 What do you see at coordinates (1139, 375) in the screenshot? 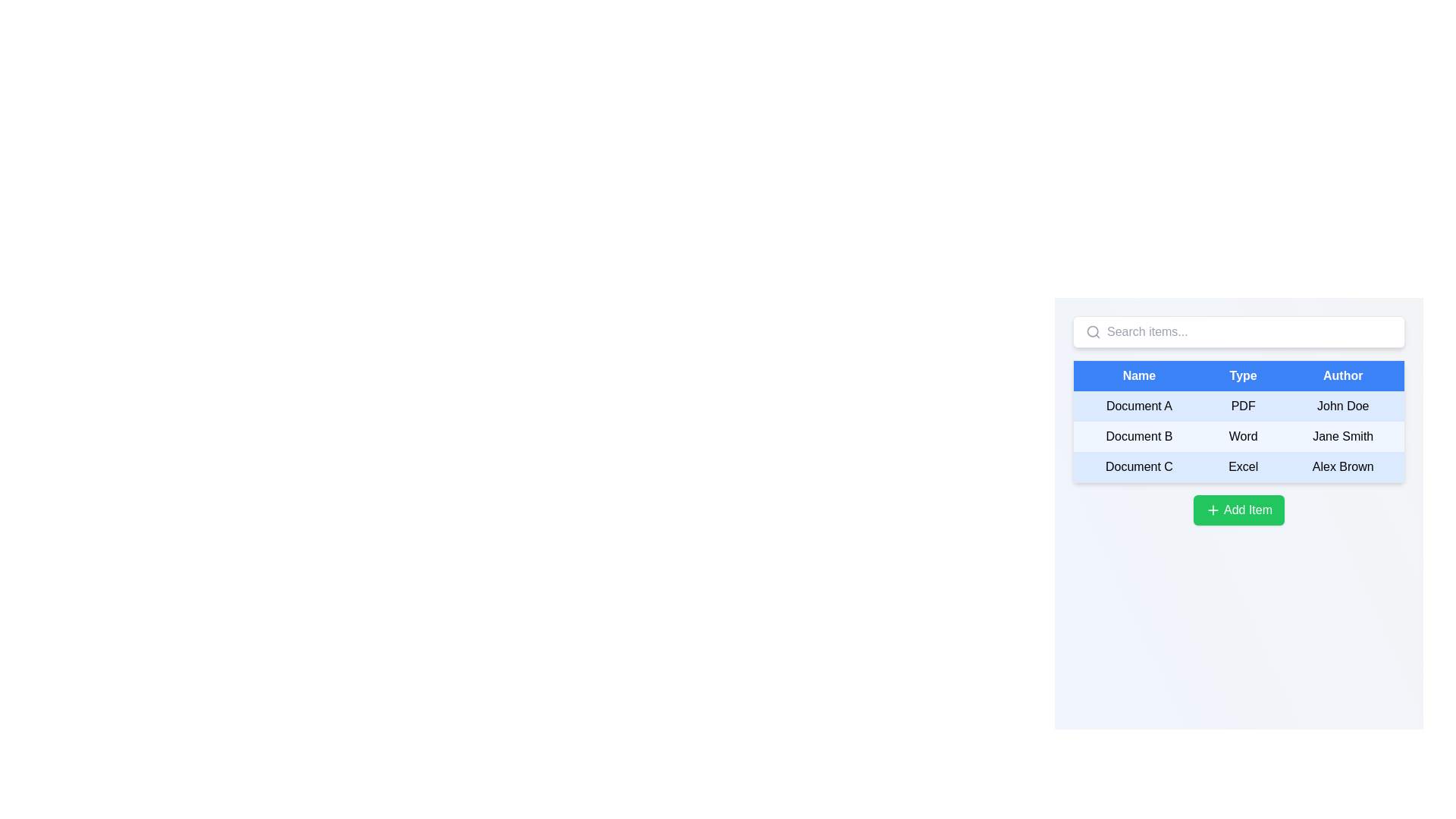
I see `the 'Name' column header in the table located in the right panel under the search bar` at bounding box center [1139, 375].